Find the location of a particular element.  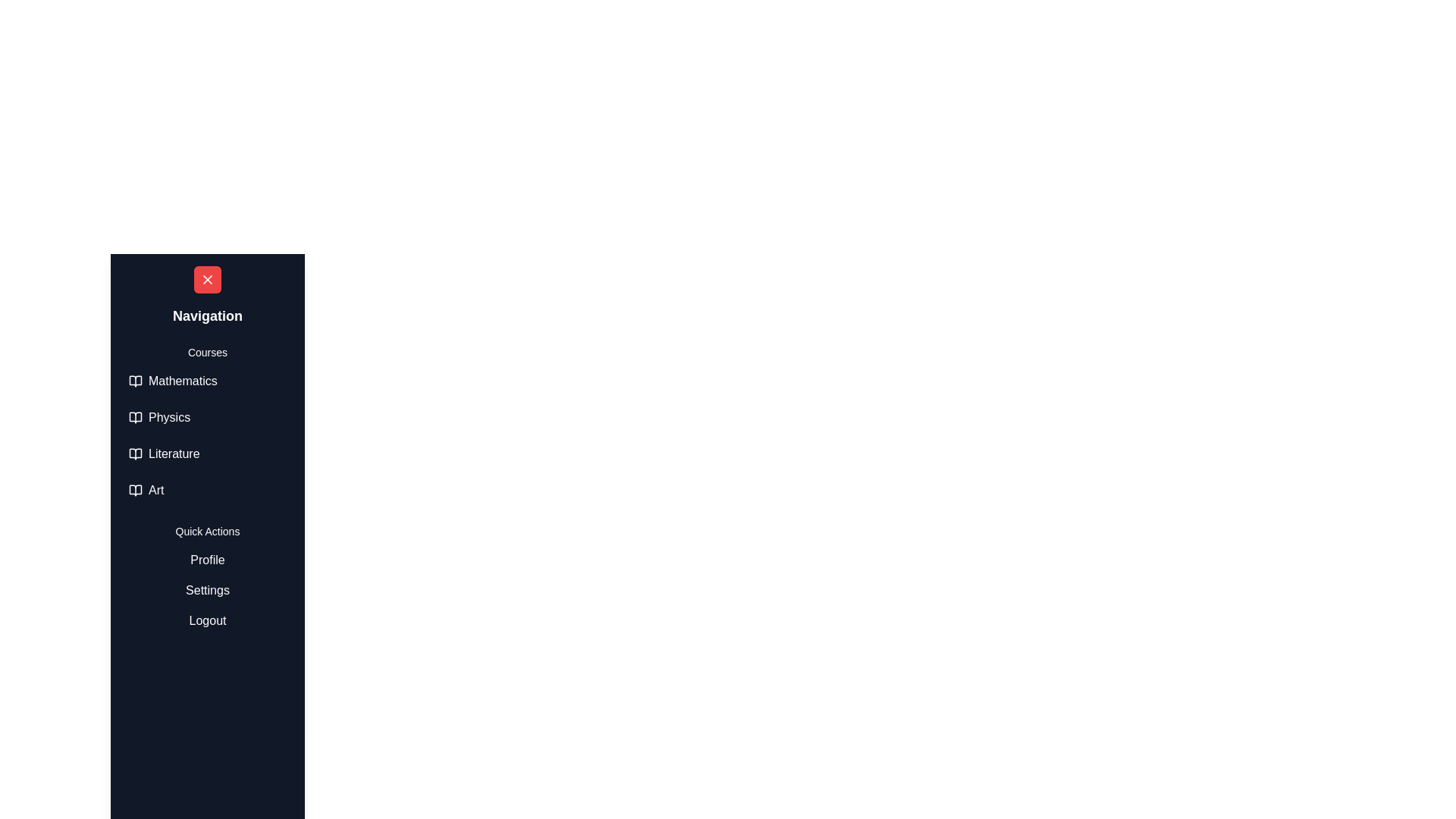

the SVG icon for the 'Physics' navigation link located in the 'Courses' section, which is the second icon in the menu is located at coordinates (135, 418).